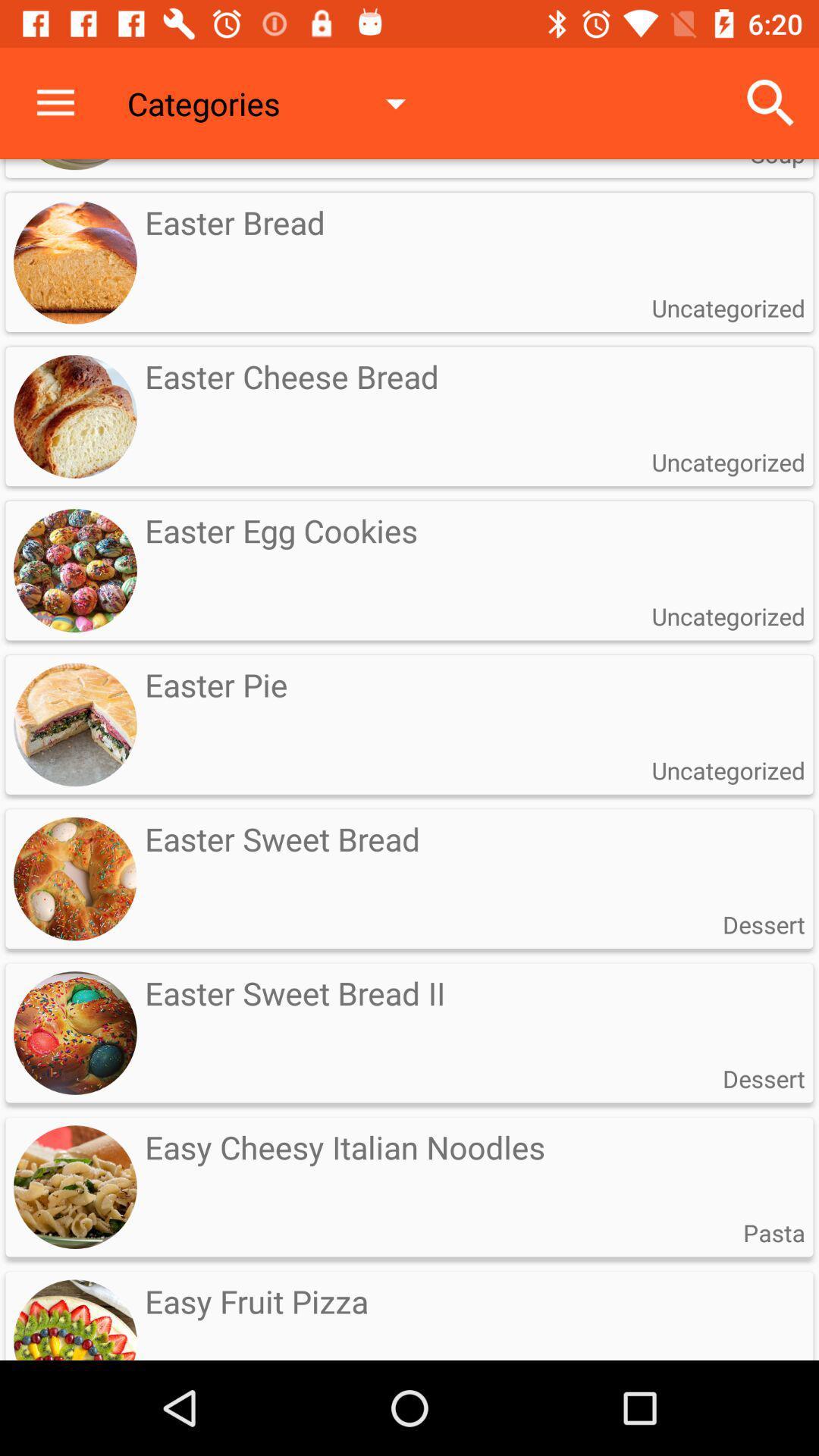 Image resolution: width=819 pixels, height=1456 pixels. Describe the element at coordinates (771, 102) in the screenshot. I see `the icon to the right of the categories item` at that location.